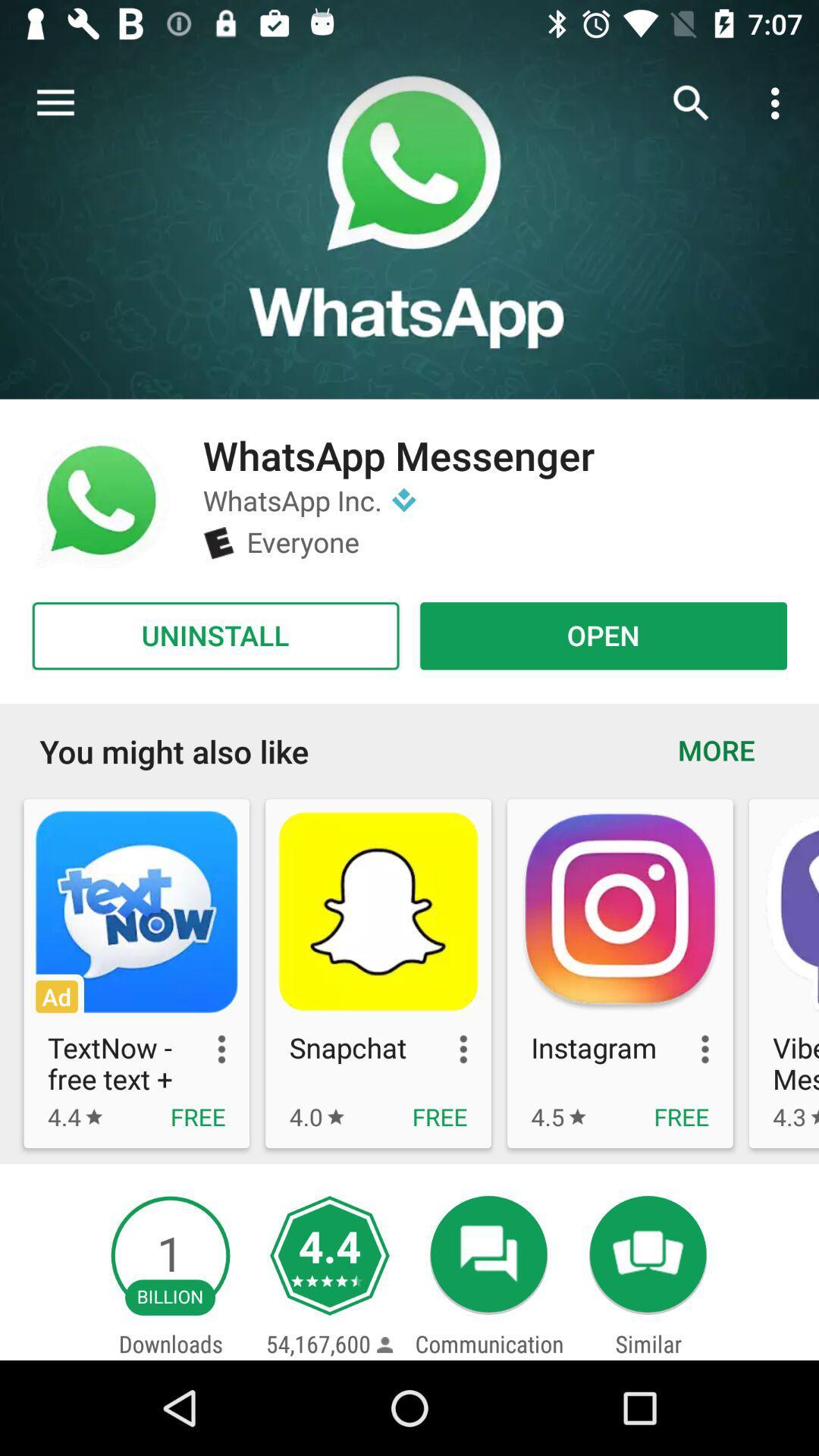  I want to click on the icon of the text now, so click(136, 912).